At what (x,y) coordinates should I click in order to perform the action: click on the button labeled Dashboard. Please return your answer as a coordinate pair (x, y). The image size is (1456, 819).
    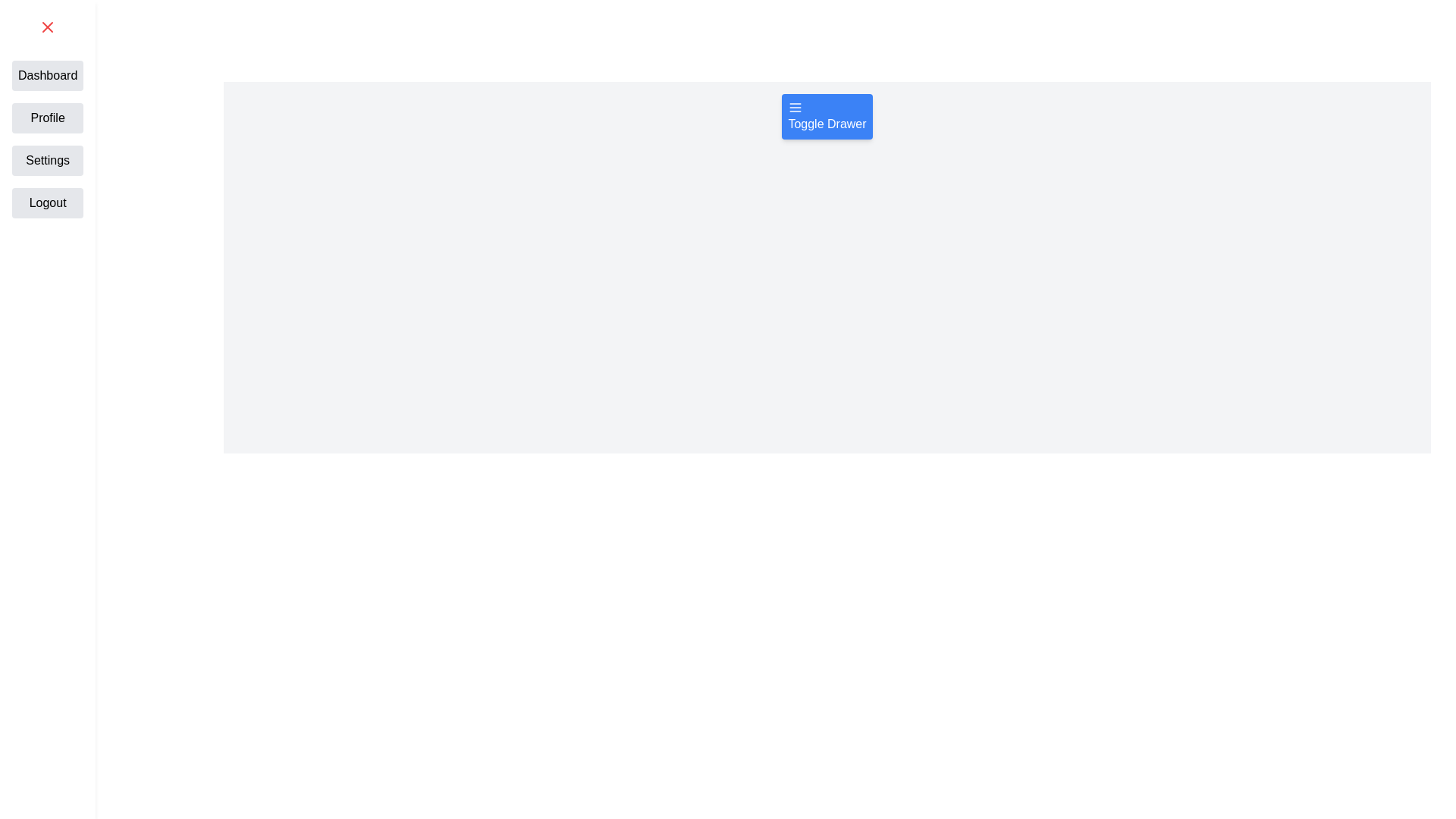
    Looking at the image, I should click on (47, 76).